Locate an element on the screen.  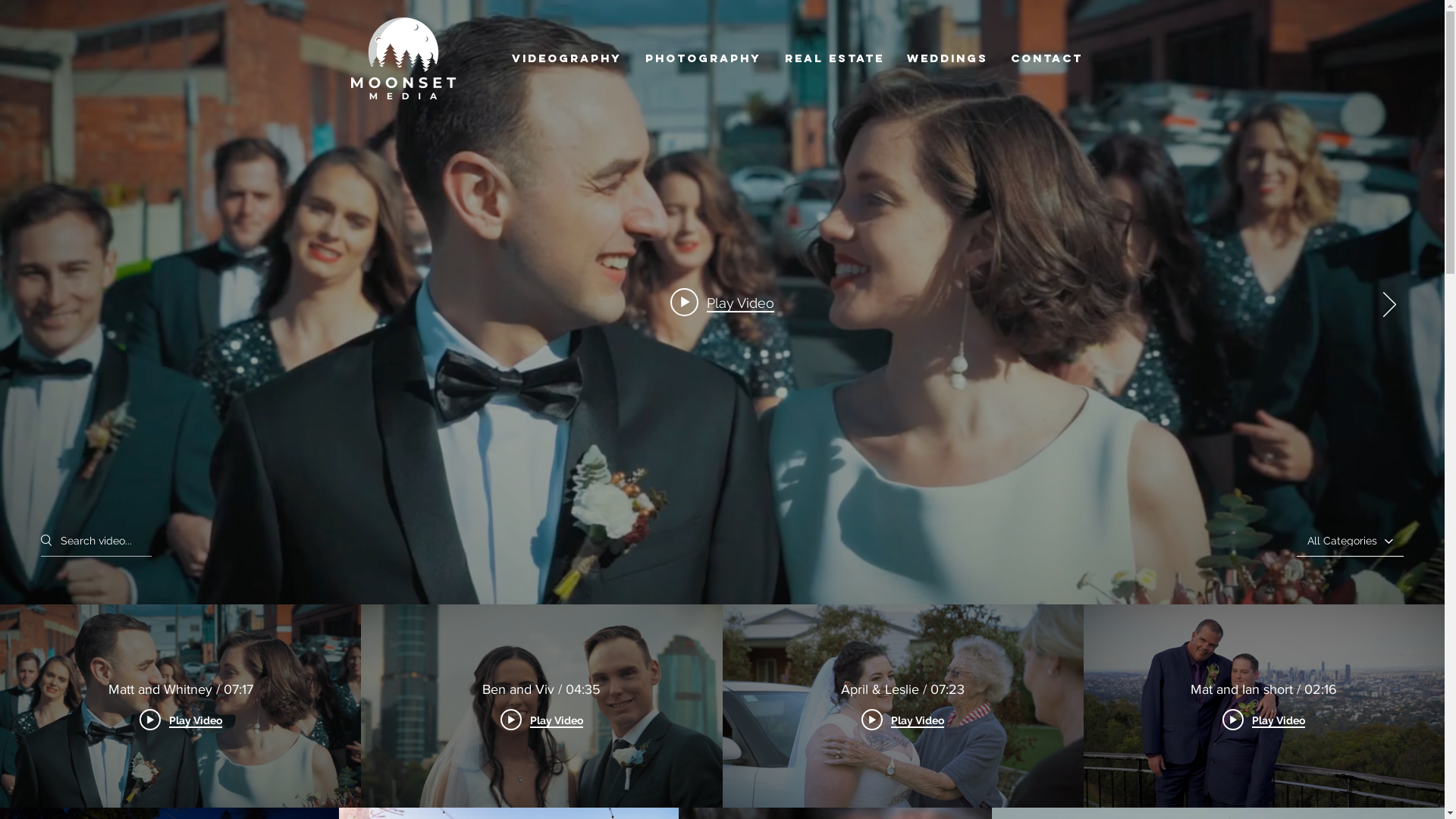
'CONTACT' is located at coordinates (999, 58).